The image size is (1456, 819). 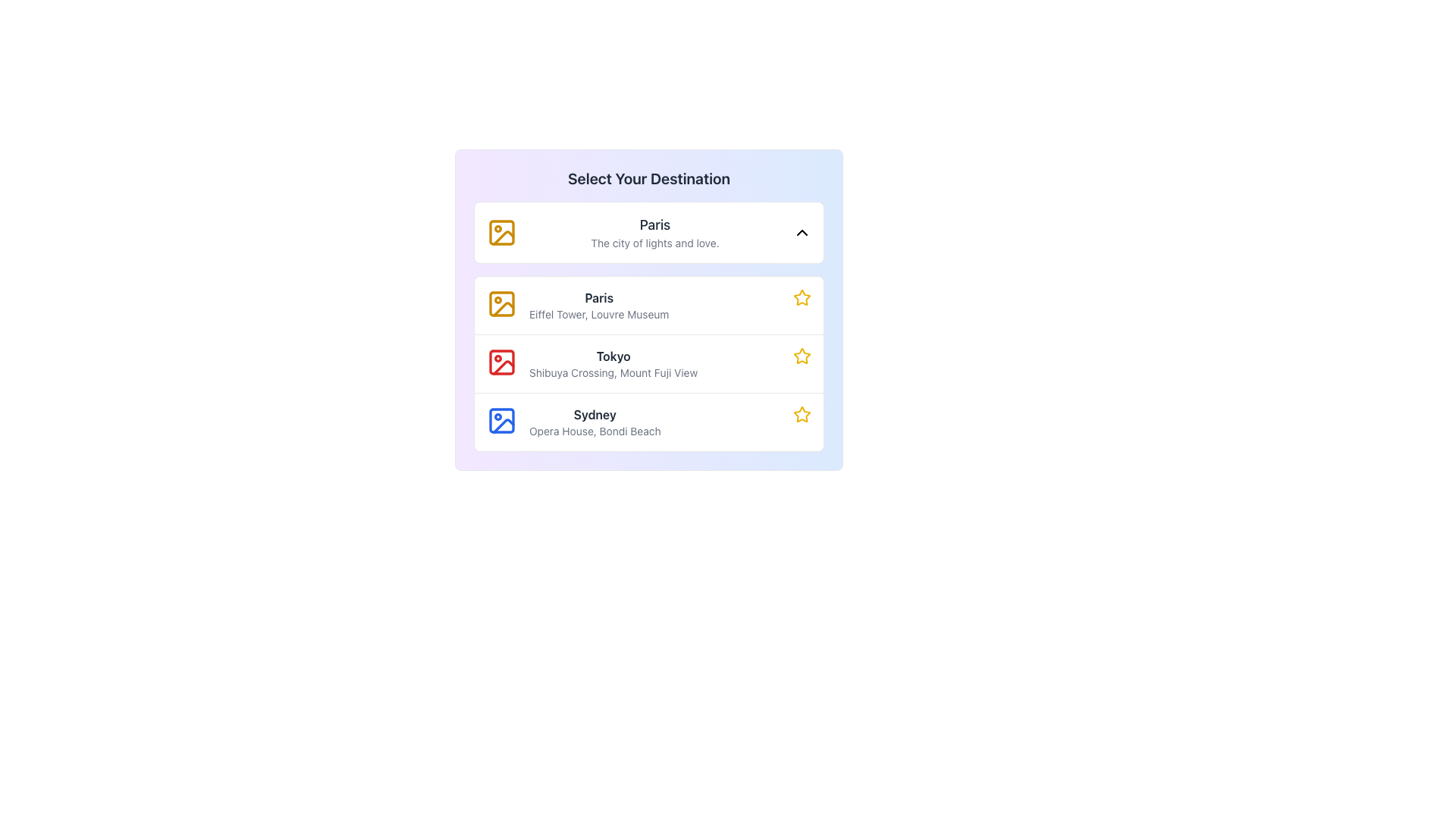 What do you see at coordinates (800, 297) in the screenshot?
I see `the second star icon in the vertical list associated with 'Tokyo'` at bounding box center [800, 297].